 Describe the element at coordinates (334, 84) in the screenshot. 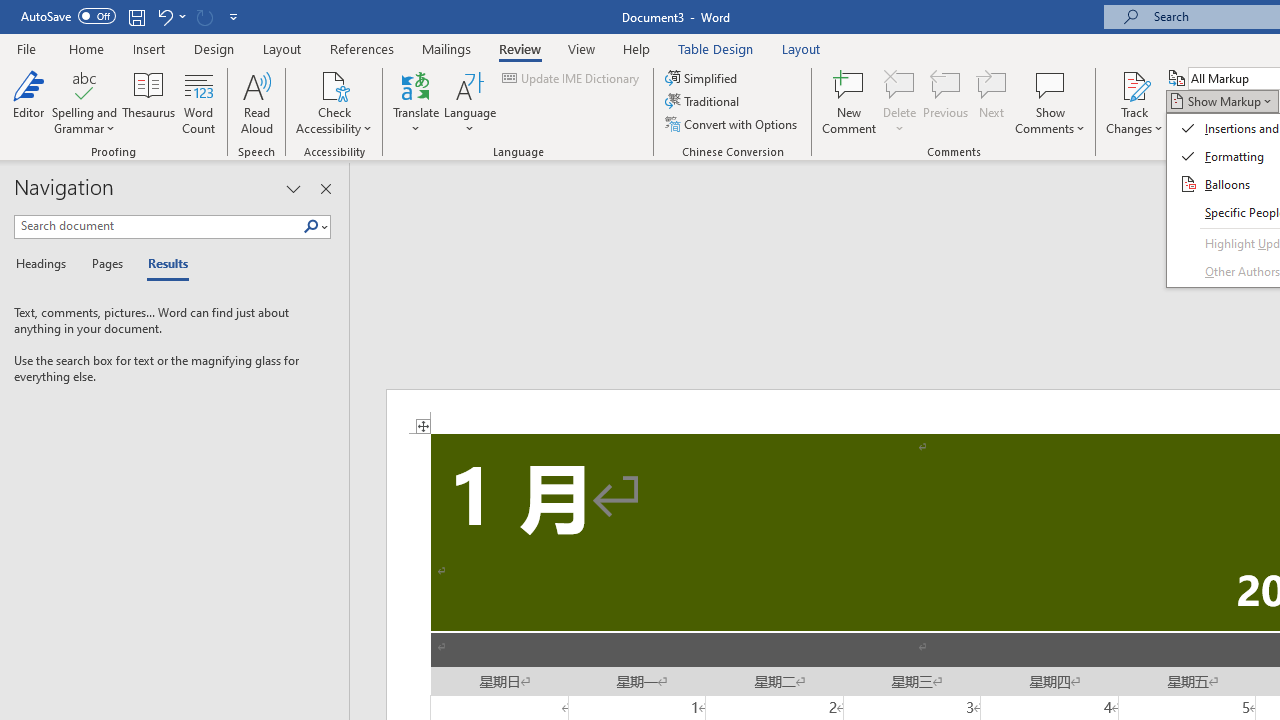

I see `'Check Accessibility'` at that location.